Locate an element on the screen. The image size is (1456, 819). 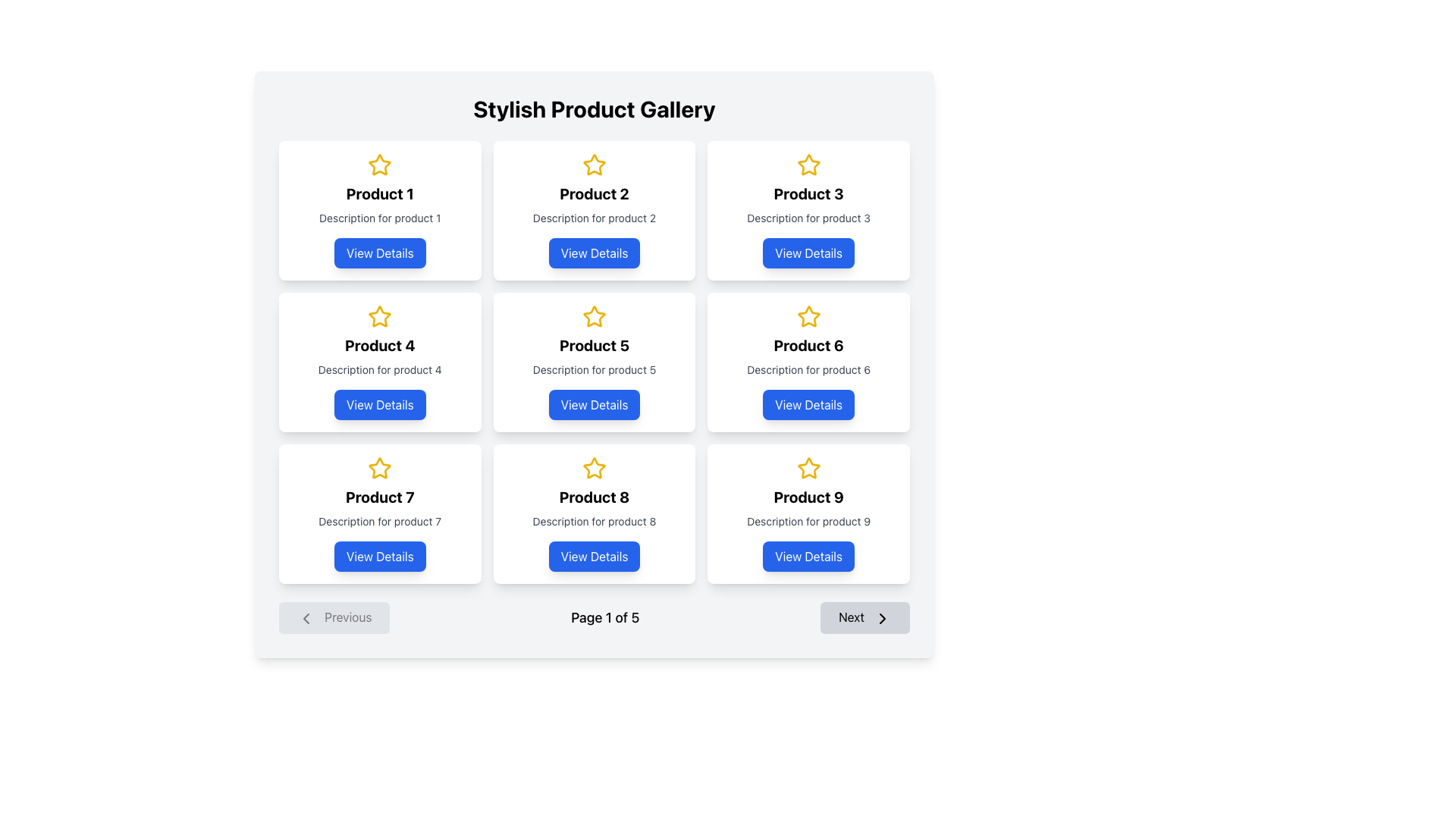
label displaying 'Product 5' in bold, extra-large font, which is located centrally within the second row's middle card in a grid layout is located at coordinates (593, 345).